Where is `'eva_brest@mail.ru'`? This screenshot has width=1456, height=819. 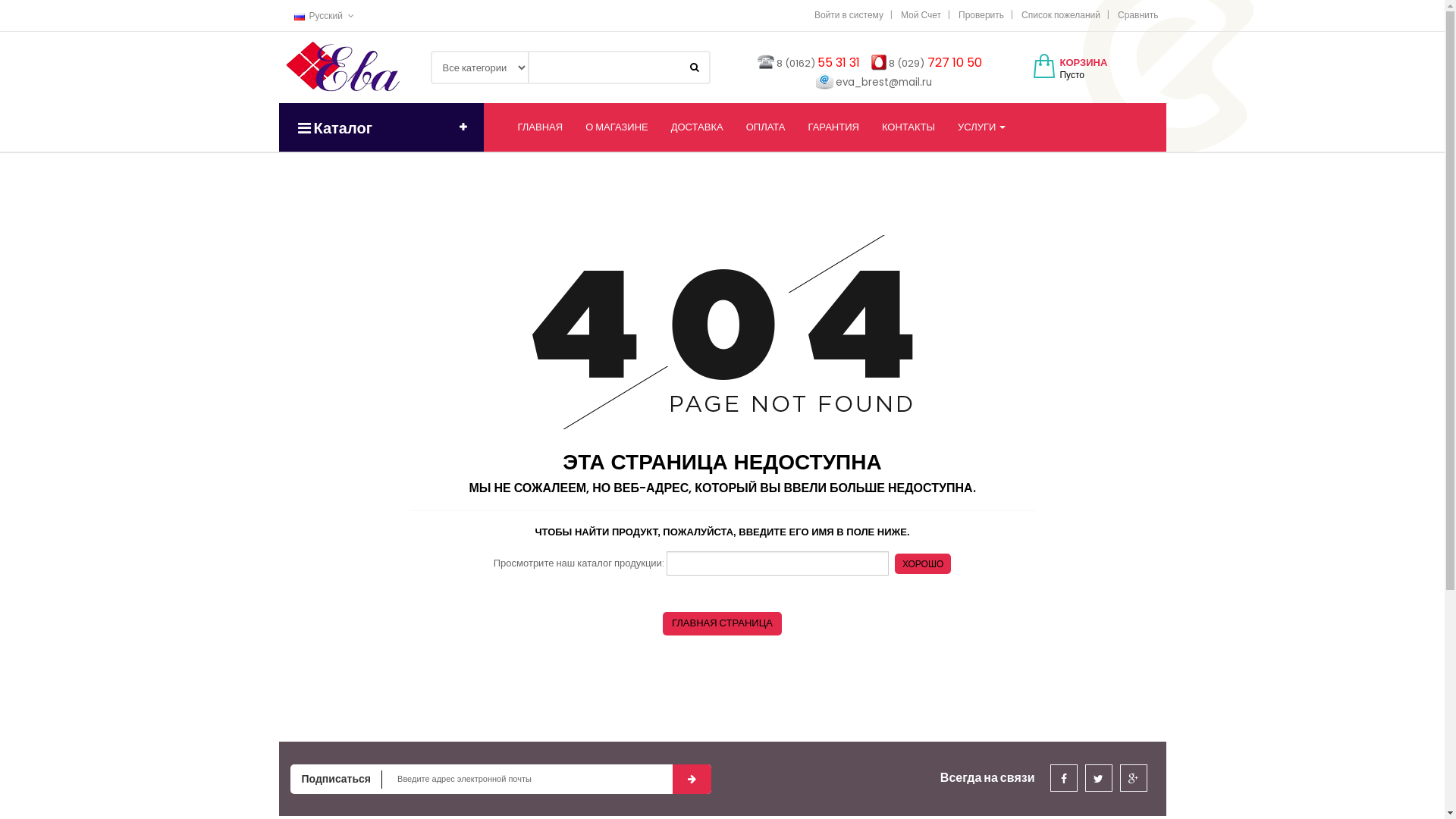 'eva_brest@mail.ru' is located at coordinates (883, 82).